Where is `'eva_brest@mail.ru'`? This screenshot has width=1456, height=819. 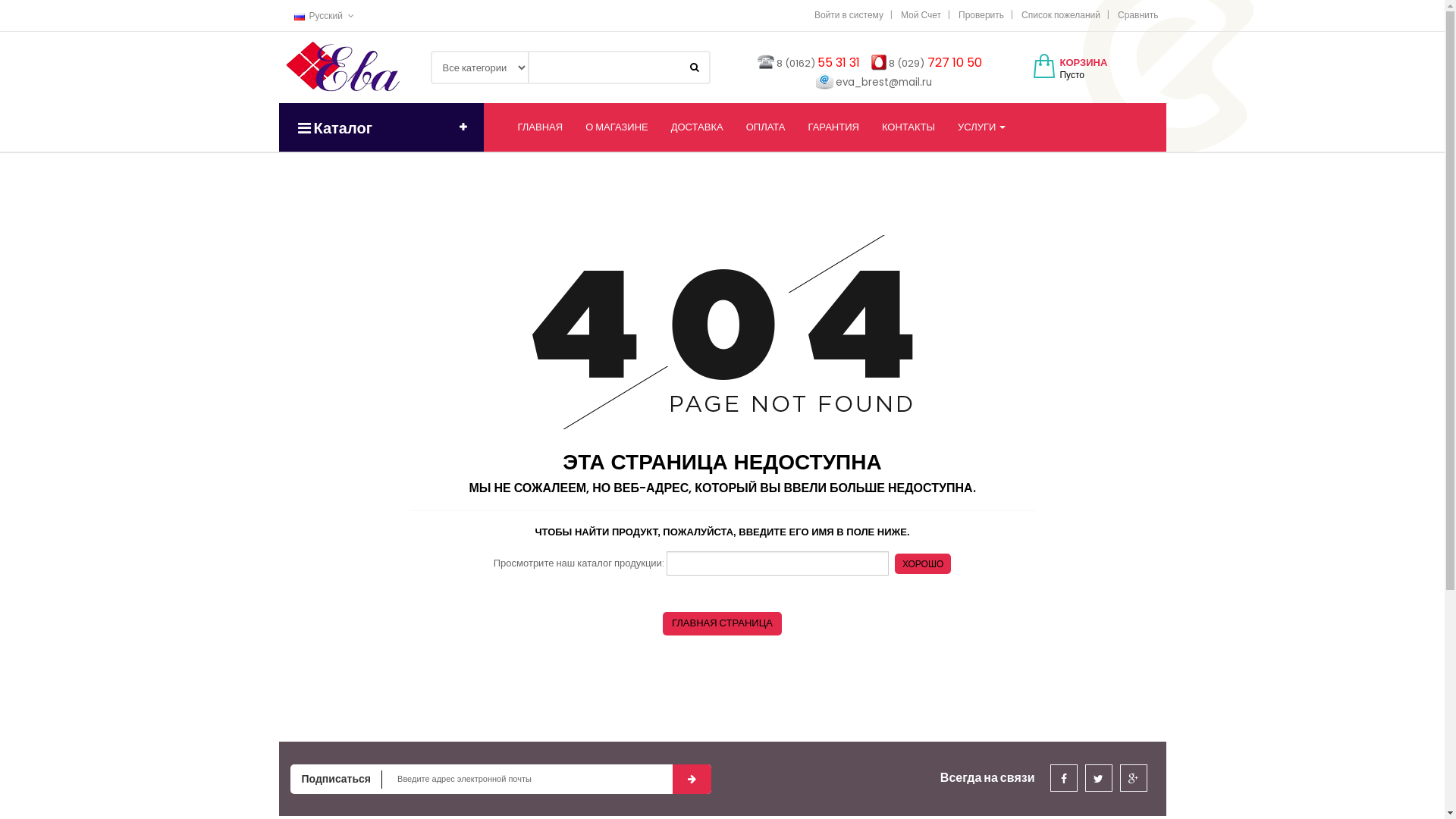 'eva_brest@mail.ru' is located at coordinates (883, 82).